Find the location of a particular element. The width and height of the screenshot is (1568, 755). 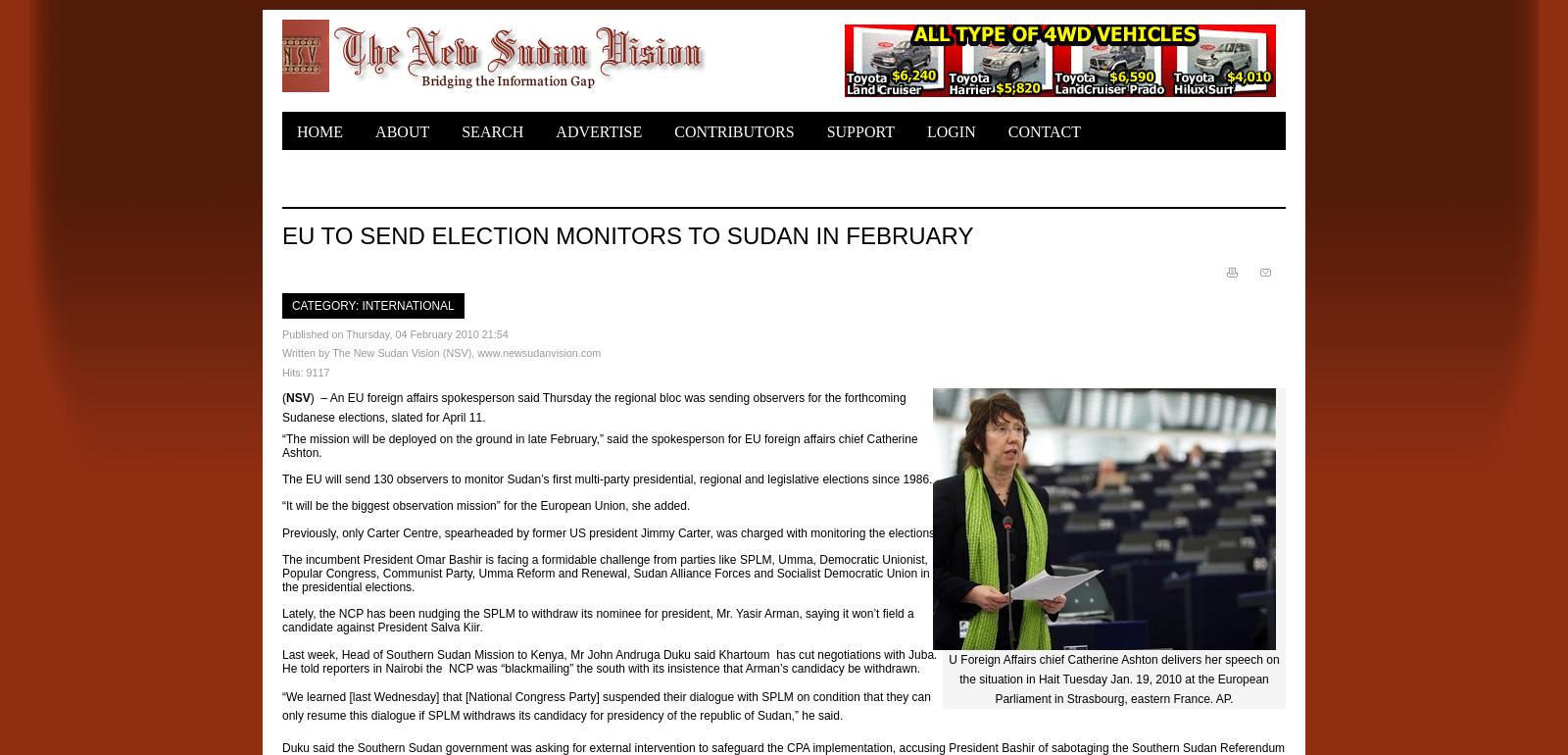

'Hits: 9117' is located at coordinates (306, 370).